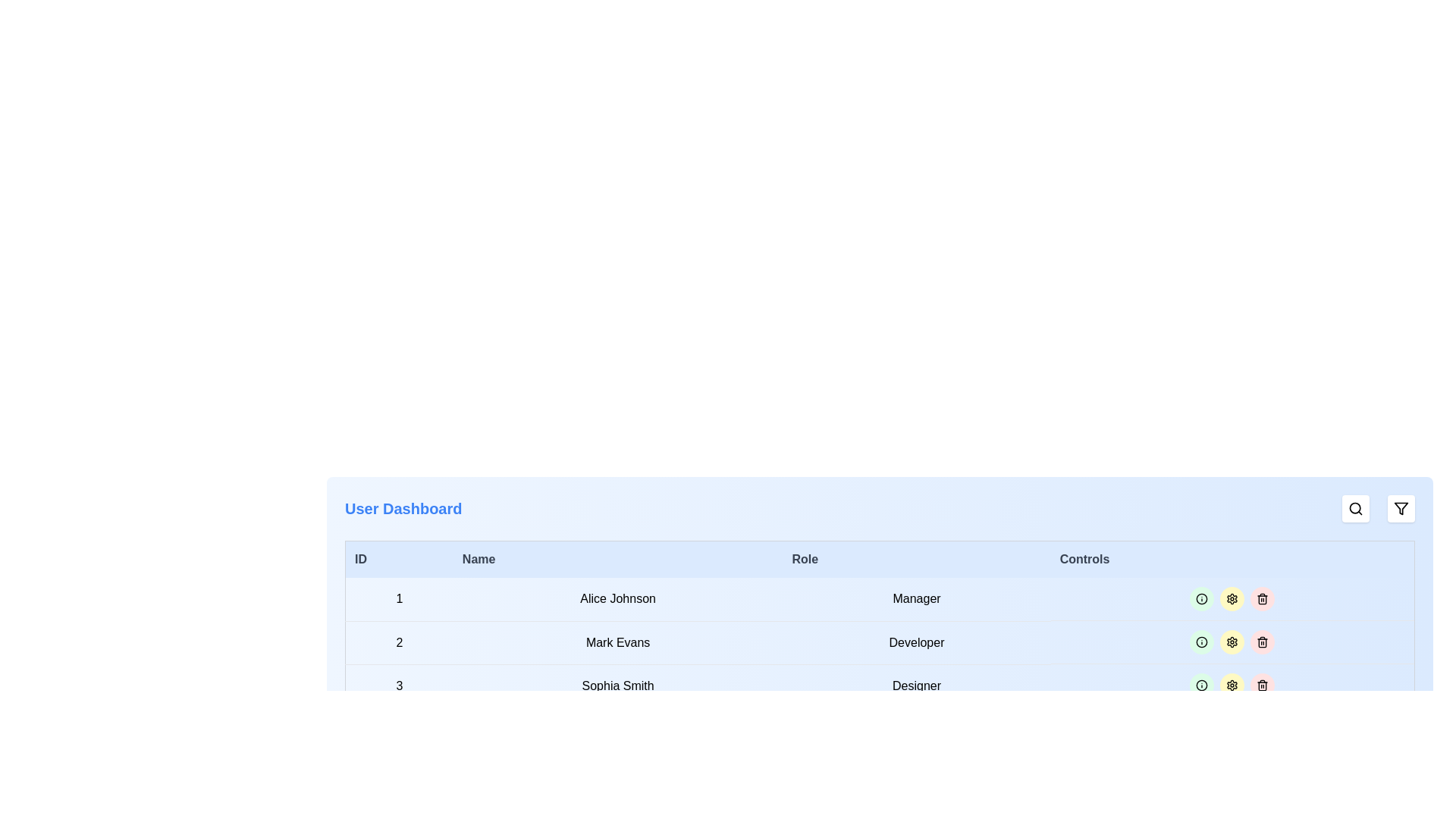 This screenshot has height=819, width=1456. What do you see at coordinates (880, 598) in the screenshot?
I see `to select the first row in the user management table, which contains user ID, full name, and role information, and includes controls for managing user details` at bounding box center [880, 598].